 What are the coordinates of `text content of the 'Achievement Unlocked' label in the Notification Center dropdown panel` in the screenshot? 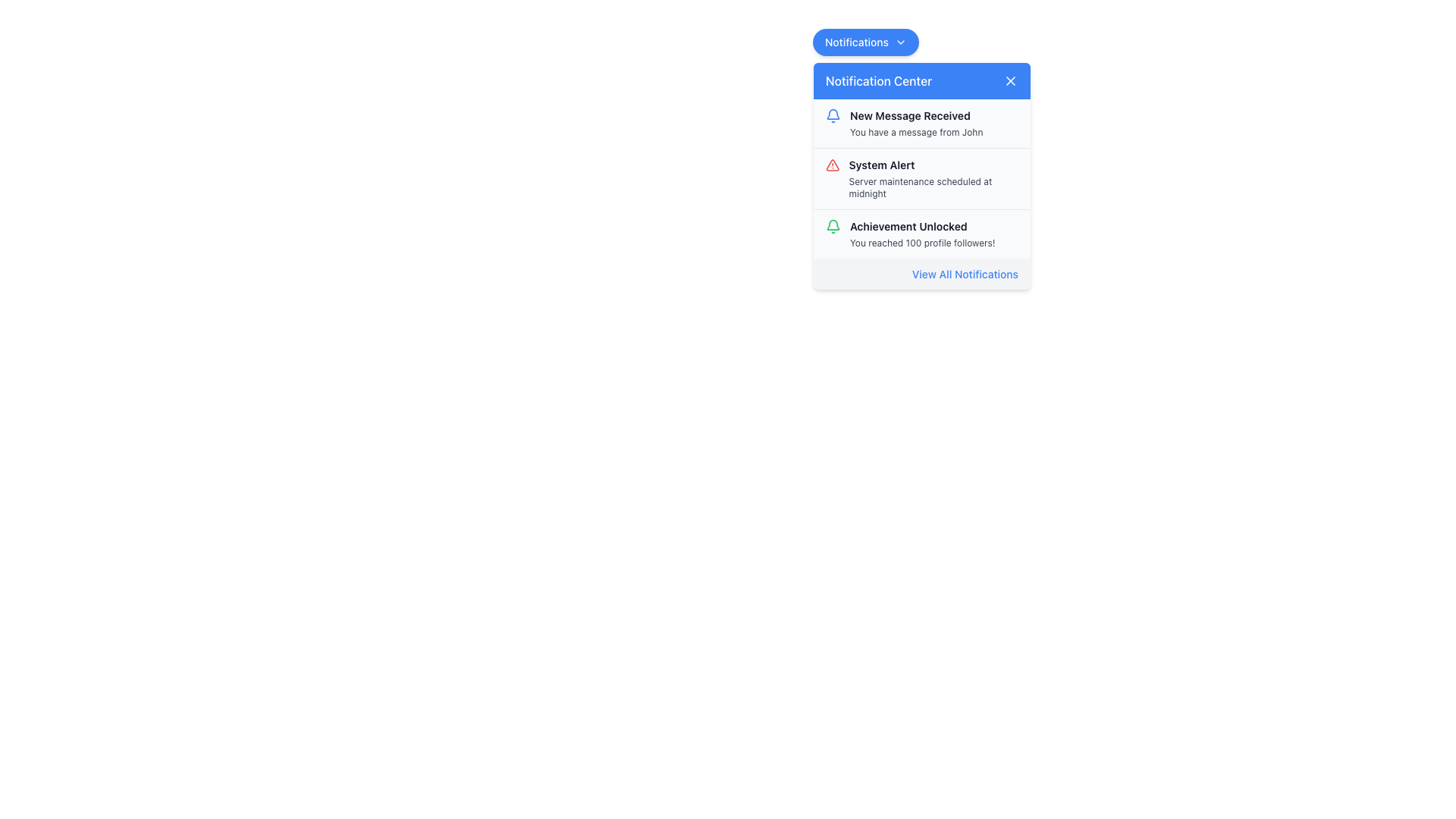 It's located at (921, 227).